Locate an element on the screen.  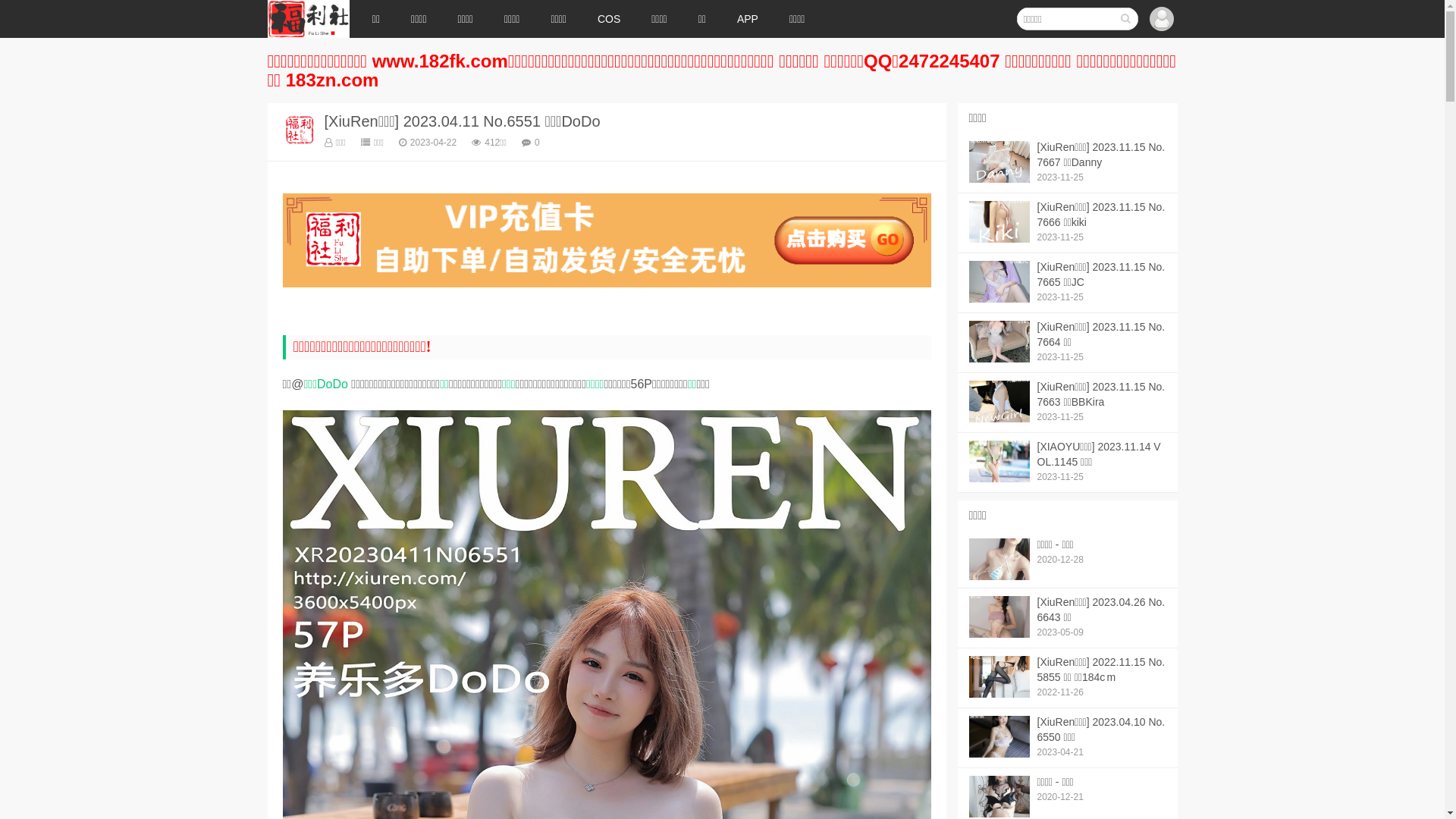
'APP' is located at coordinates (720, 18).